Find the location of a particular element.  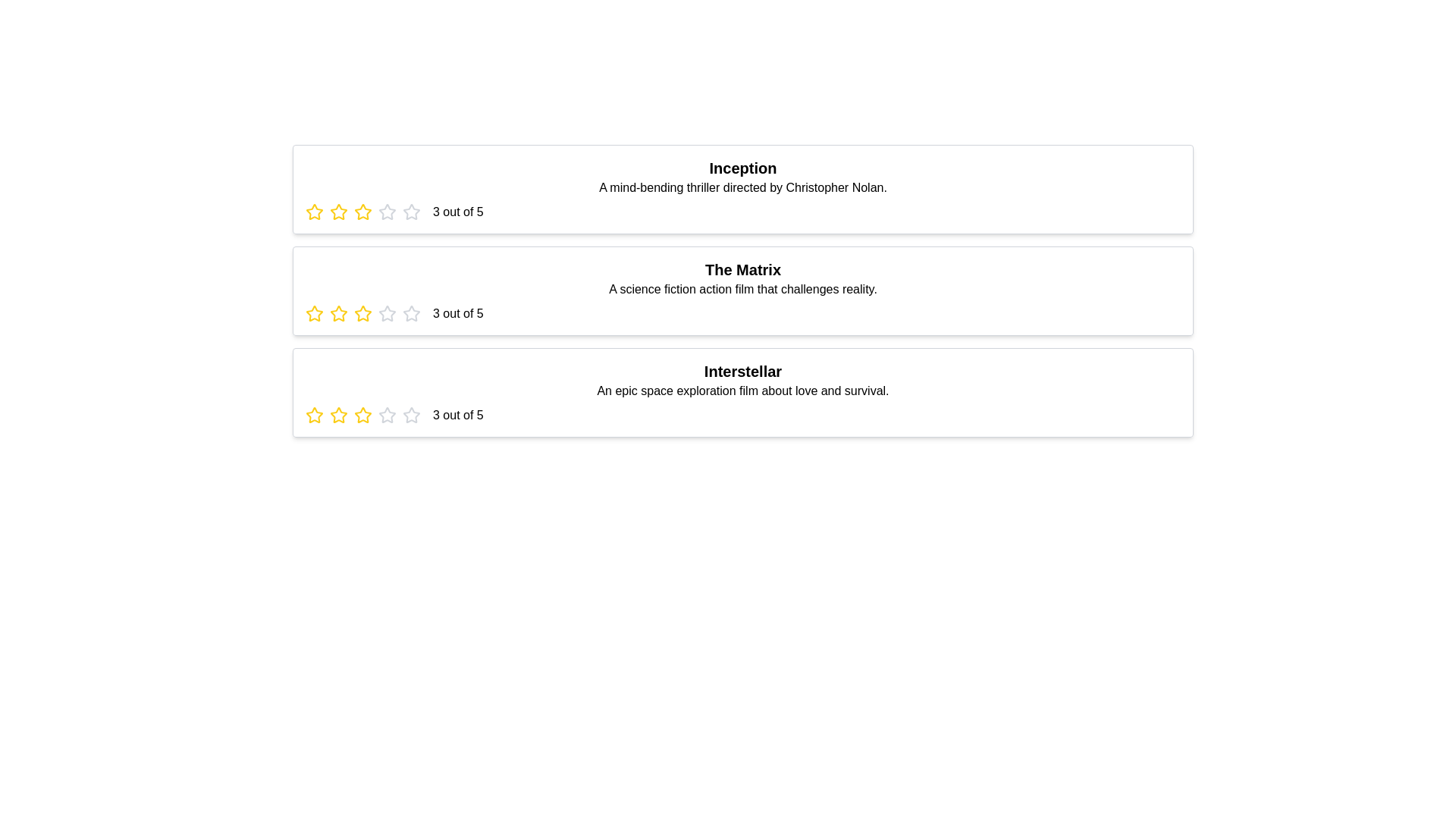

the star corresponding to 1 stars for the movie titled Interstellar is located at coordinates (313, 415).